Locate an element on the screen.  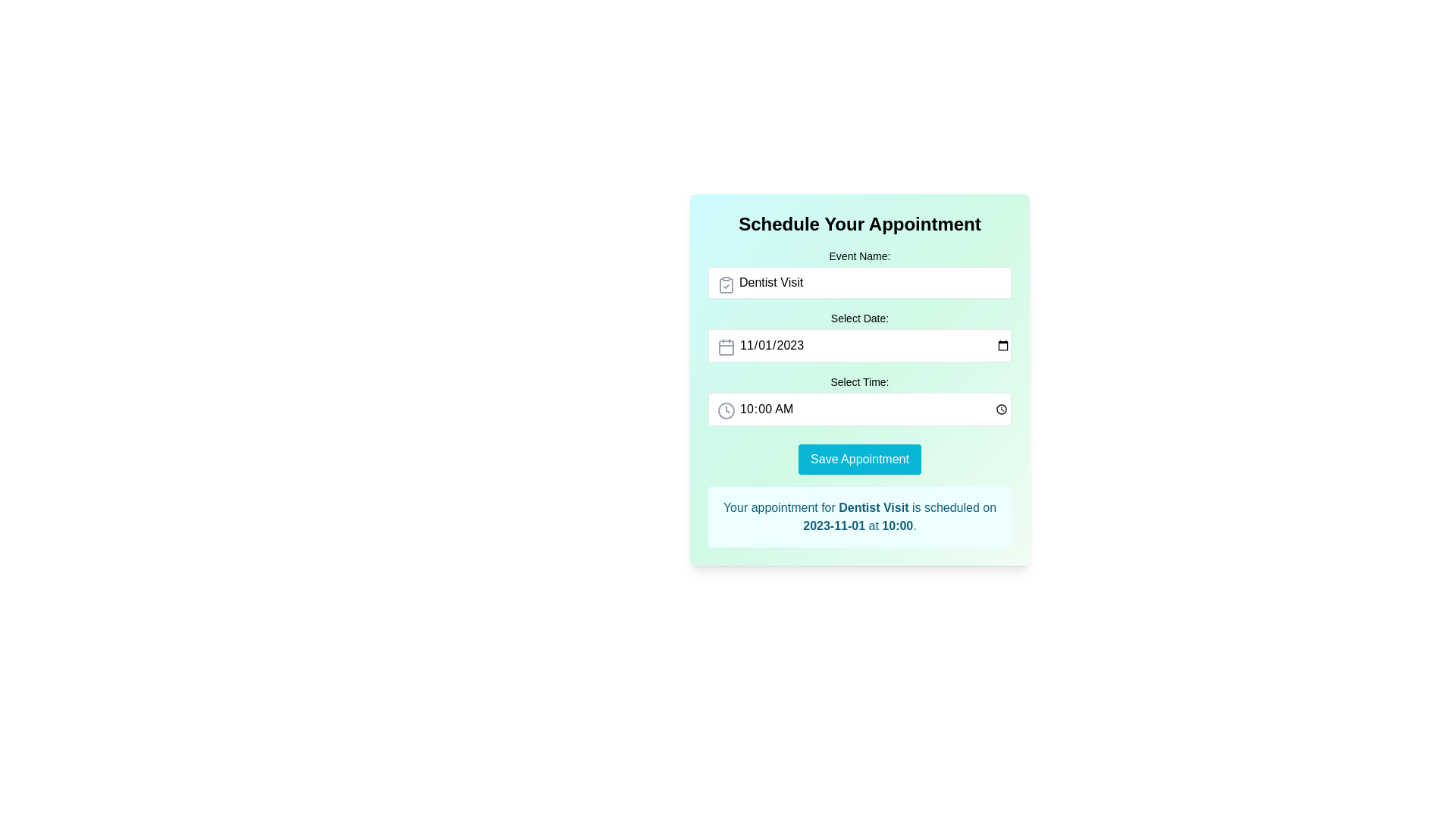
the Text Display or Informational Label that shows the appointment details, which is located at the lower section of the interface with a cyan background and rounded borders is located at coordinates (859, 516).